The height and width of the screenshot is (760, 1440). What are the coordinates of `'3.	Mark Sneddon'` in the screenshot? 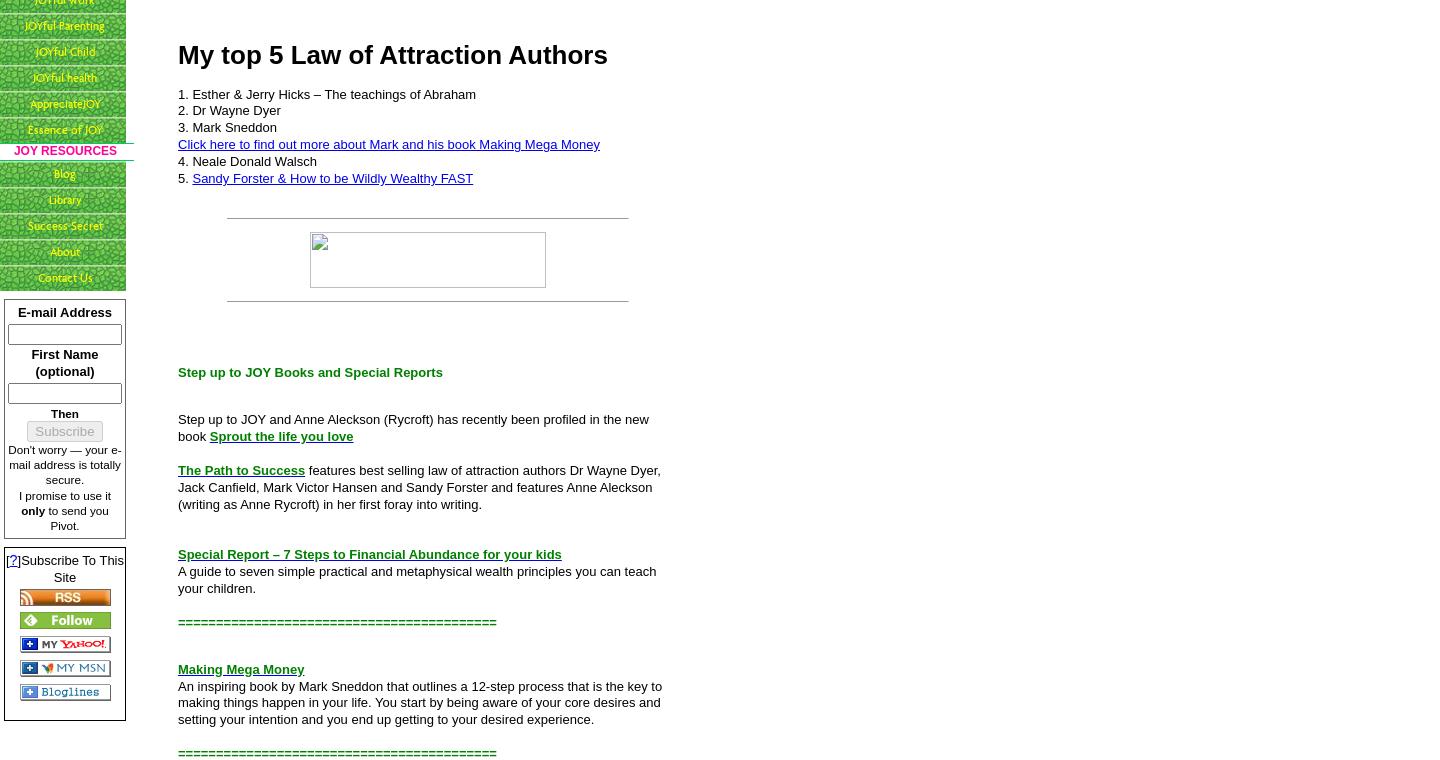 It's located at (227, 127).